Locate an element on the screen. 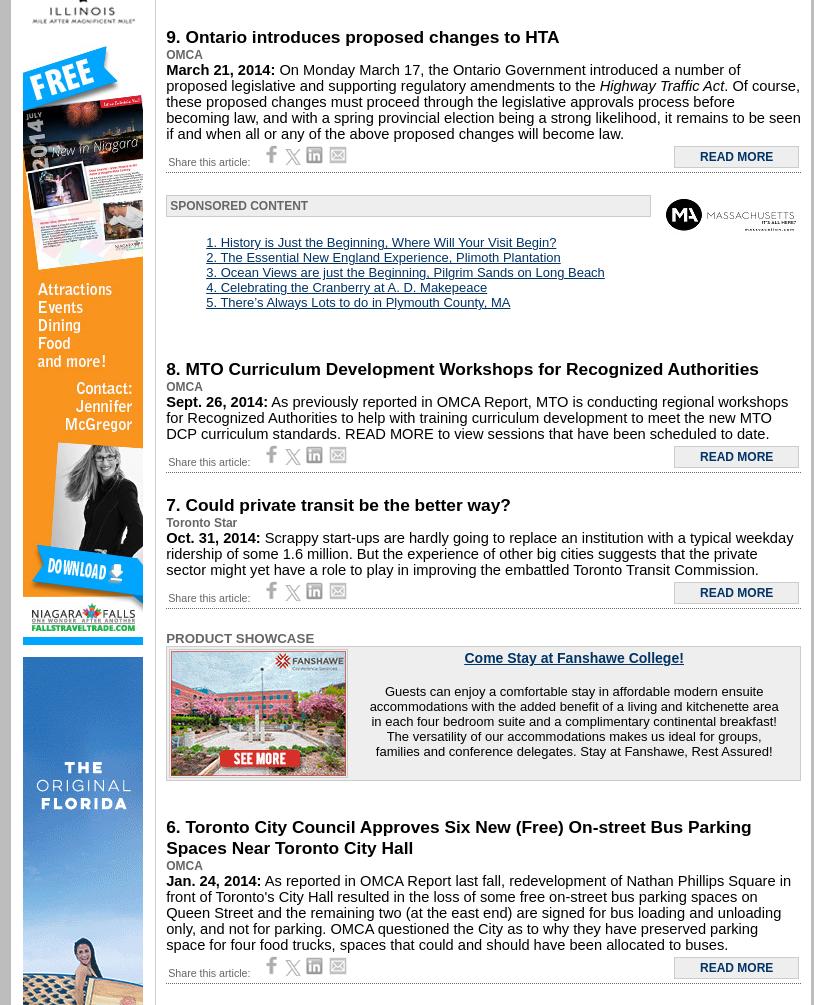 The height and width of the screenshot is (1005, 814). 'SPONSORED CONTENT' is located at coordinates (168, 205).